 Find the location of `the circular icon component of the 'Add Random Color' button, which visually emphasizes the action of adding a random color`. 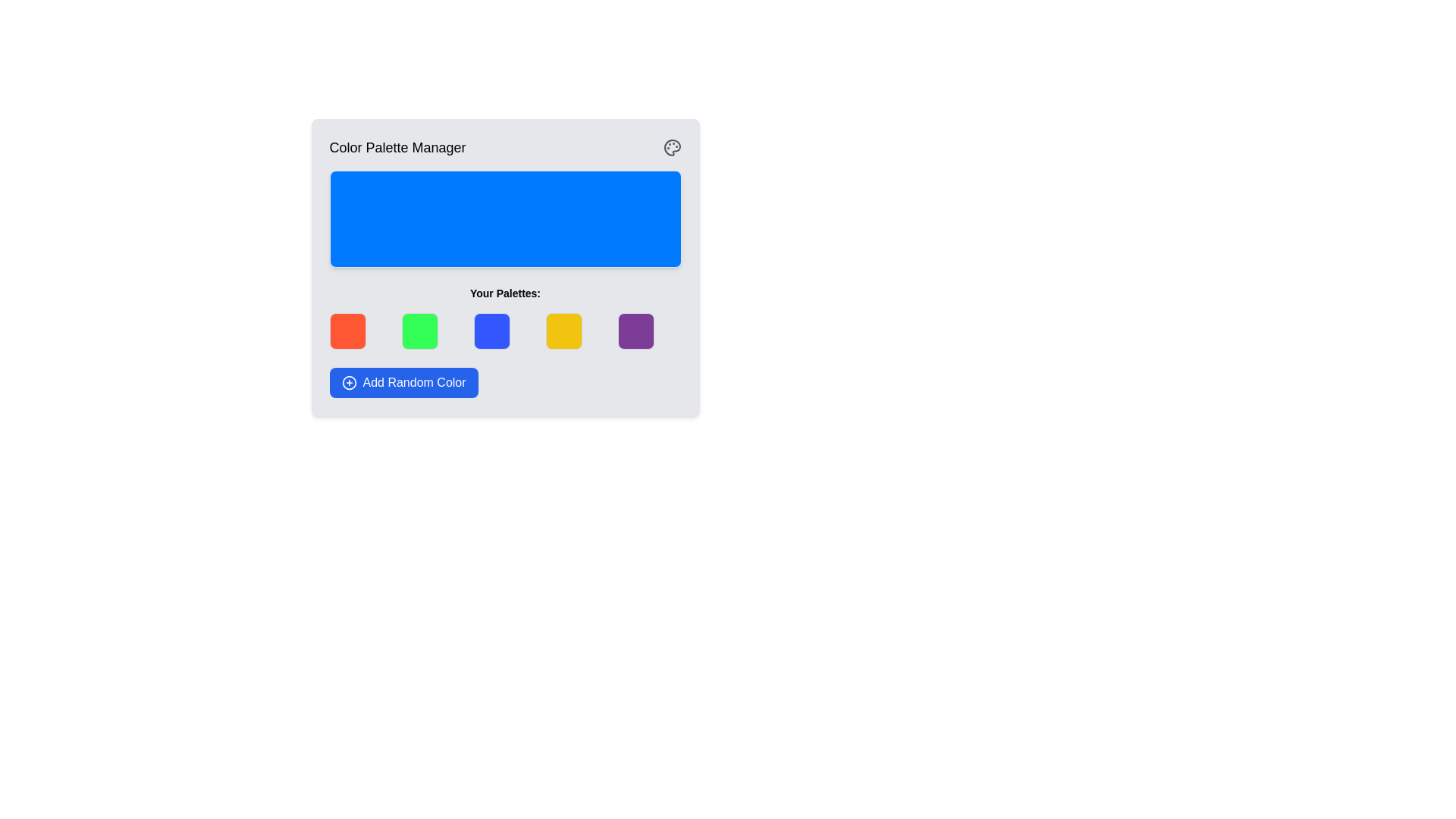

the circular icon component of the 'Add Random Color' button, which visually emphasizes the action of adding a random color is located at coordinates (348, 382).